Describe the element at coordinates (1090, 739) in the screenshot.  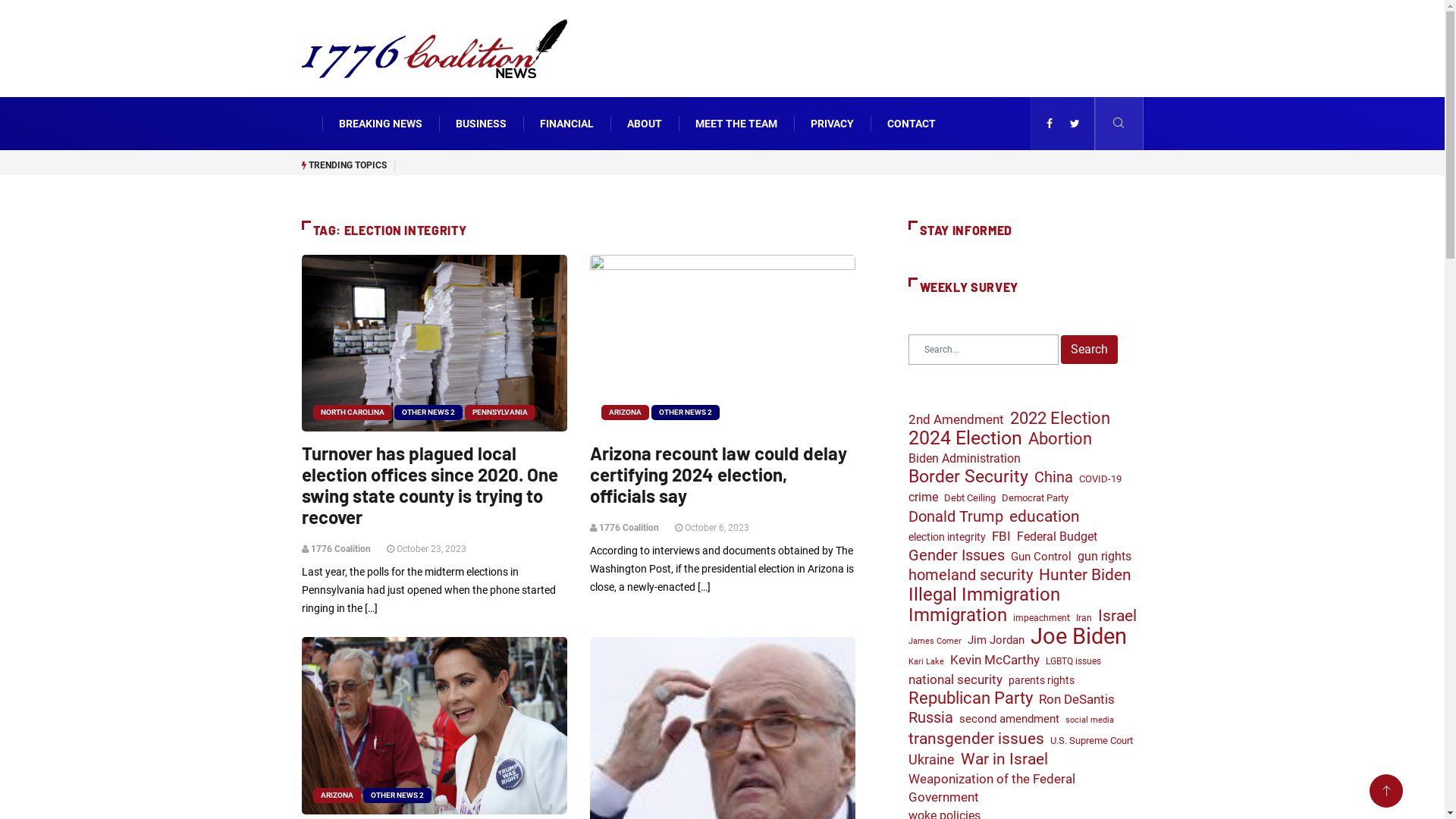
I see `'U.S. Supreme Court'` at that location.